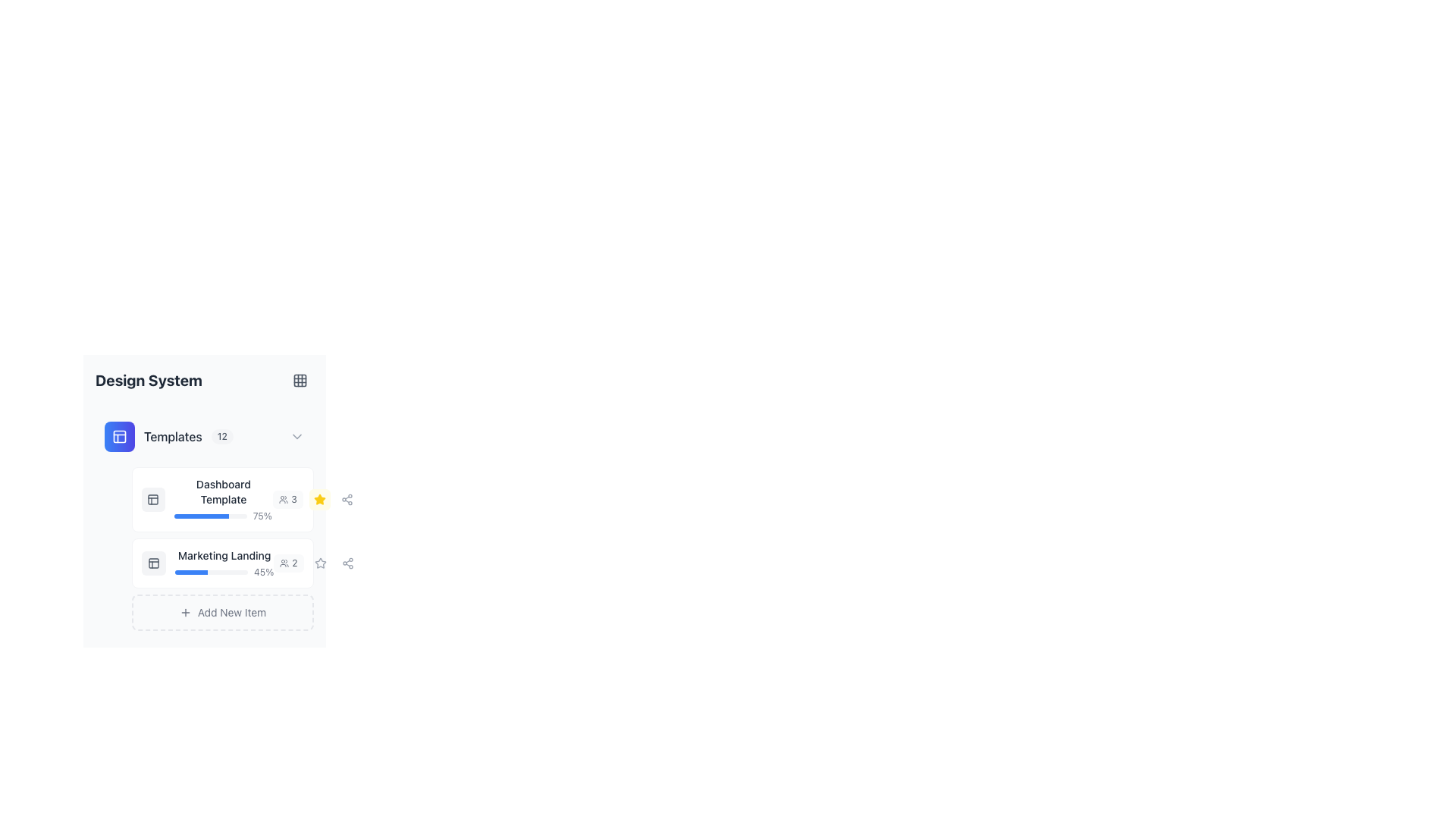  I want to click on the share icon, which resembles three circles connected by lines and is located to the right of the star icon adjacent to the 'Marketing Landing' item, so click(346, 500).